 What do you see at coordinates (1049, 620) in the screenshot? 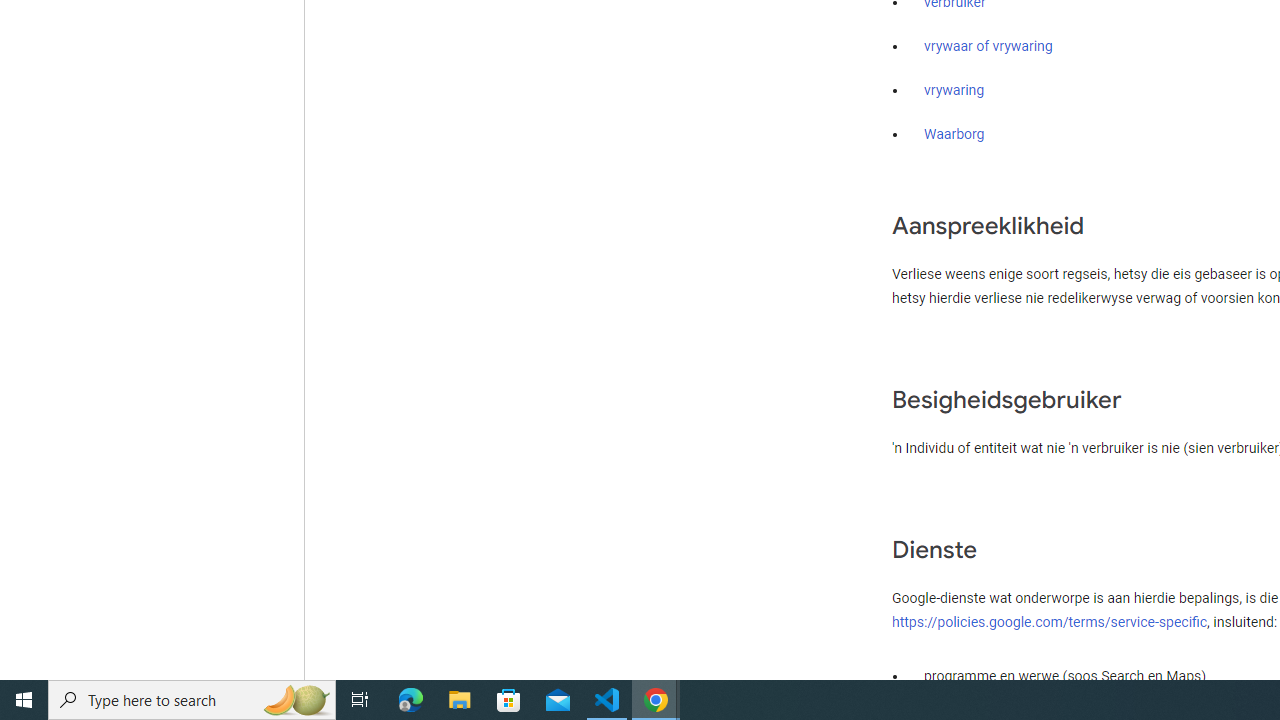
I see `'https://policies.google.com/terms/service-specific'` at bounding box center [1049, 620].